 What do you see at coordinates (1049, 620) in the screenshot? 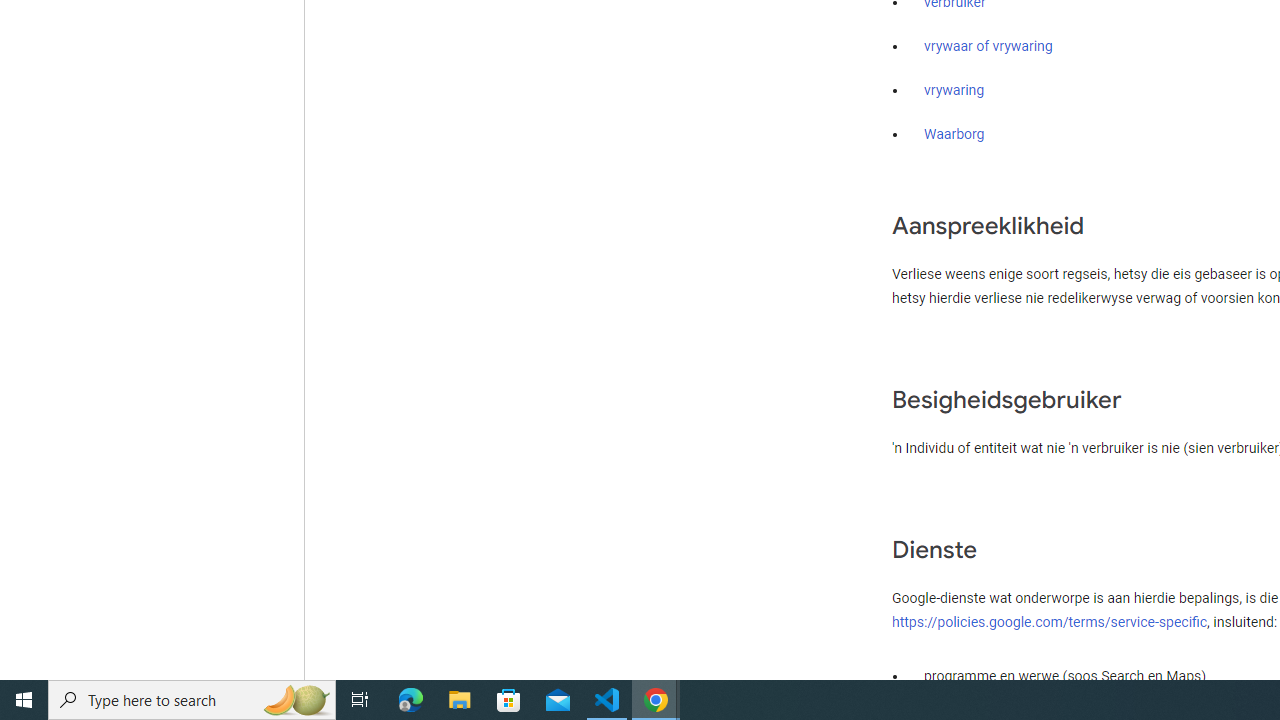
I see `'https://policies.google.com/terms/service-specific'` at bounding box center [1049, 620].